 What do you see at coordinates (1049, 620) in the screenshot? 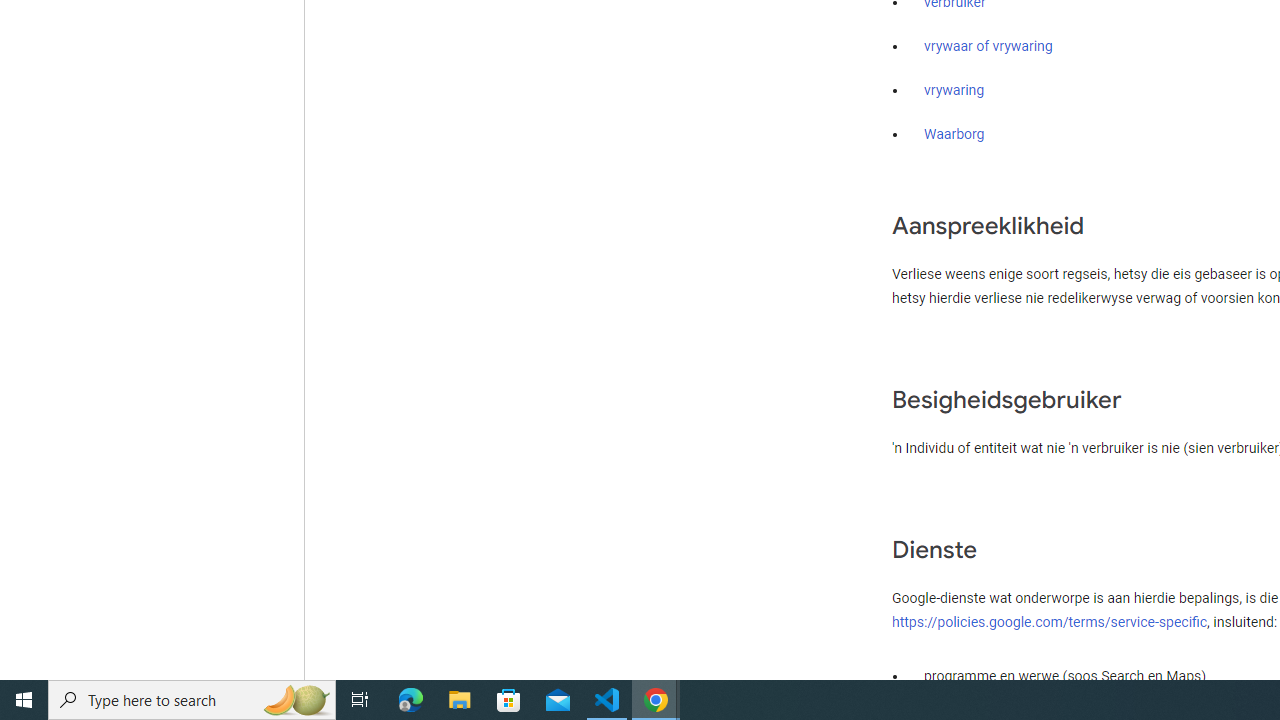
I see `'https://policies.google.com/terms/service-specific'` at bounding box center [1049, 620].